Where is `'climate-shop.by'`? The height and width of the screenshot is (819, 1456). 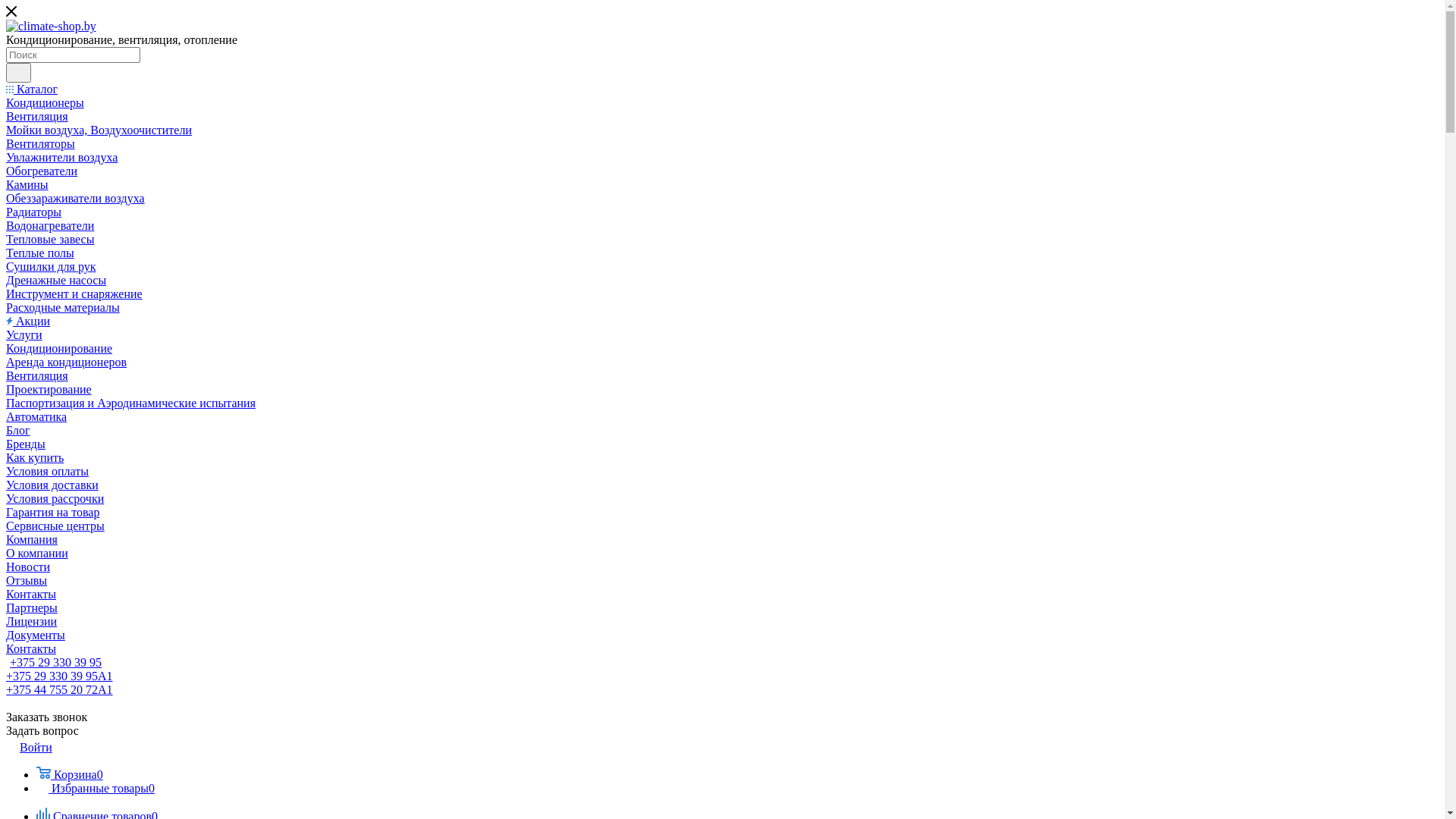 'climate-shop.by' is located at coordinates (51, 26).